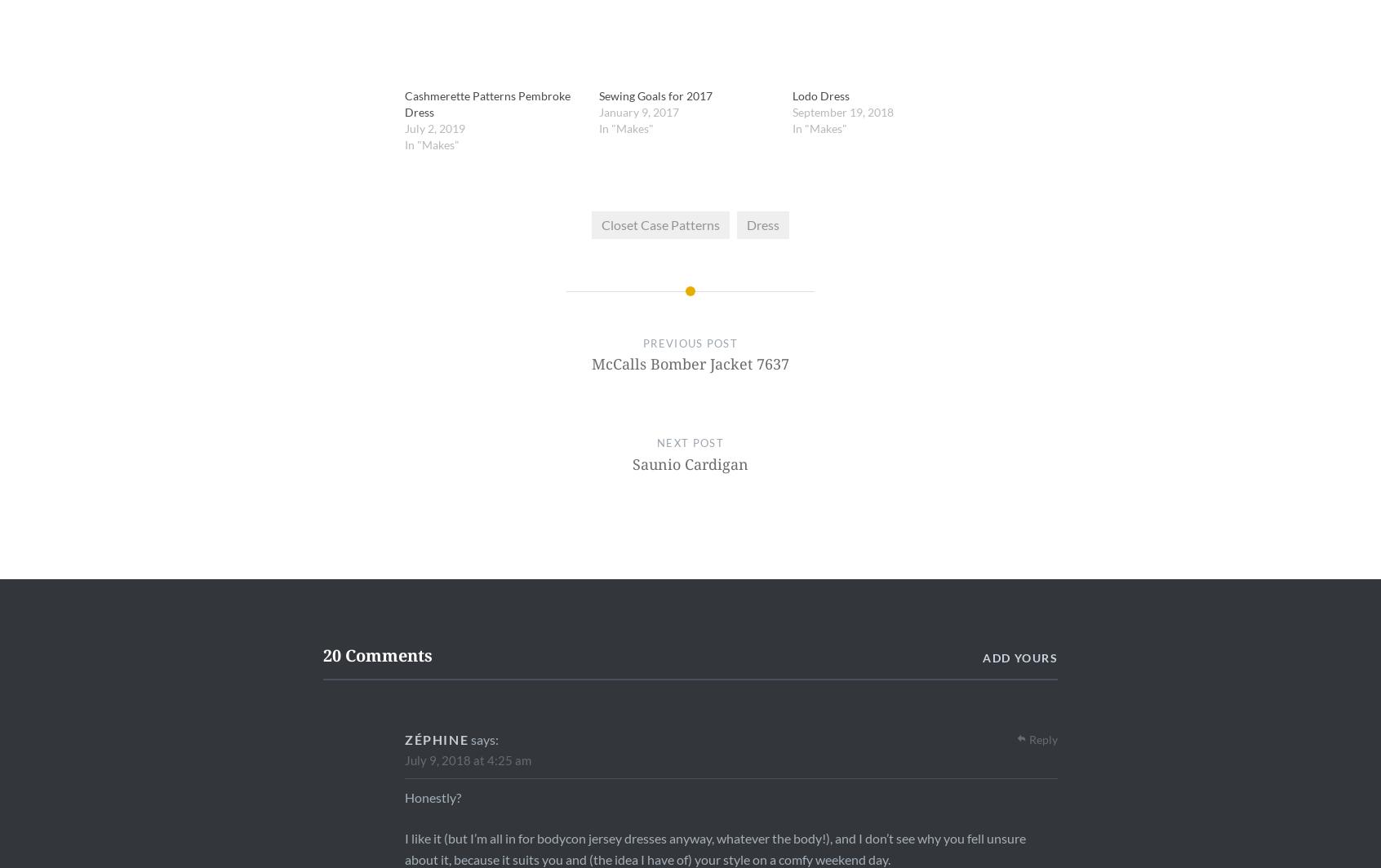 The width and height of the screenshot is (1381, 868). What do you see at coordinates (745, 224) in the screenshot?
I see `'Dress'` at bounding box center [745, 224].